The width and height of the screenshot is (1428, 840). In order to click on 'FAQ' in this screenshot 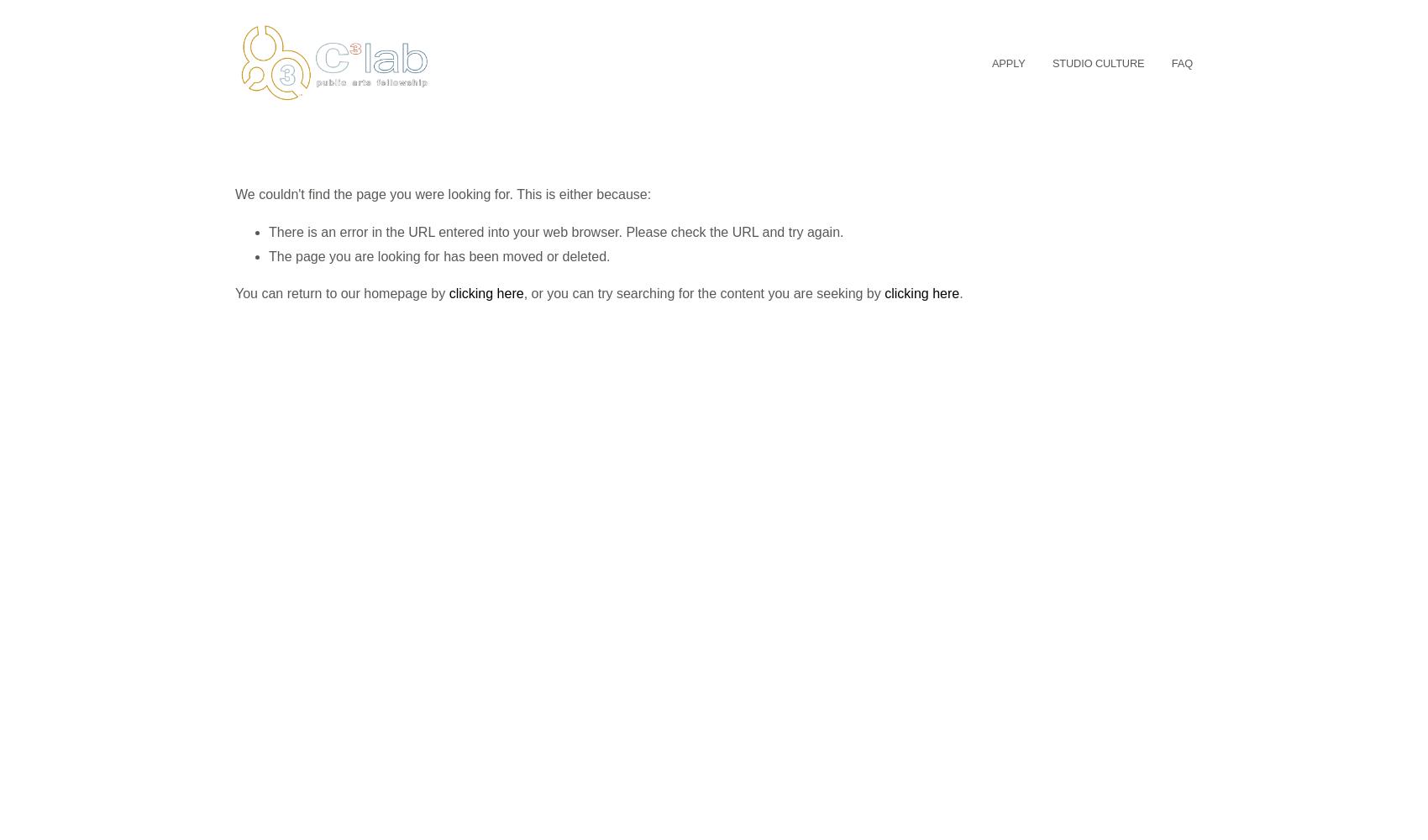, I will do `click(1170, 61)`.